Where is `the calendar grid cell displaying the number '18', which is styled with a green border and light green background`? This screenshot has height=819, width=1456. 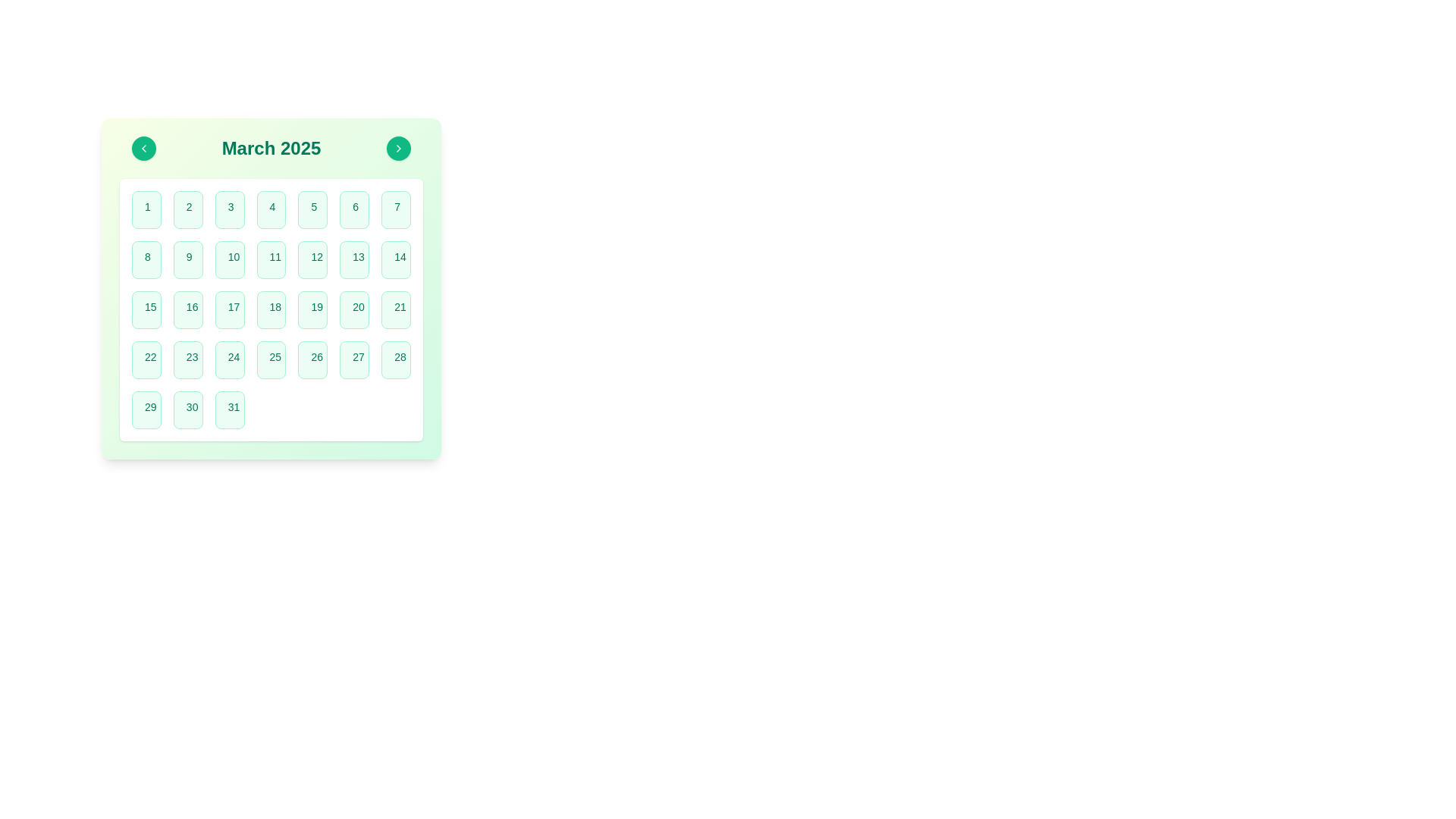
the calendar grid cell displaying the number '18', which is styled with a green border and light green background is located at coordinates (271, 309).